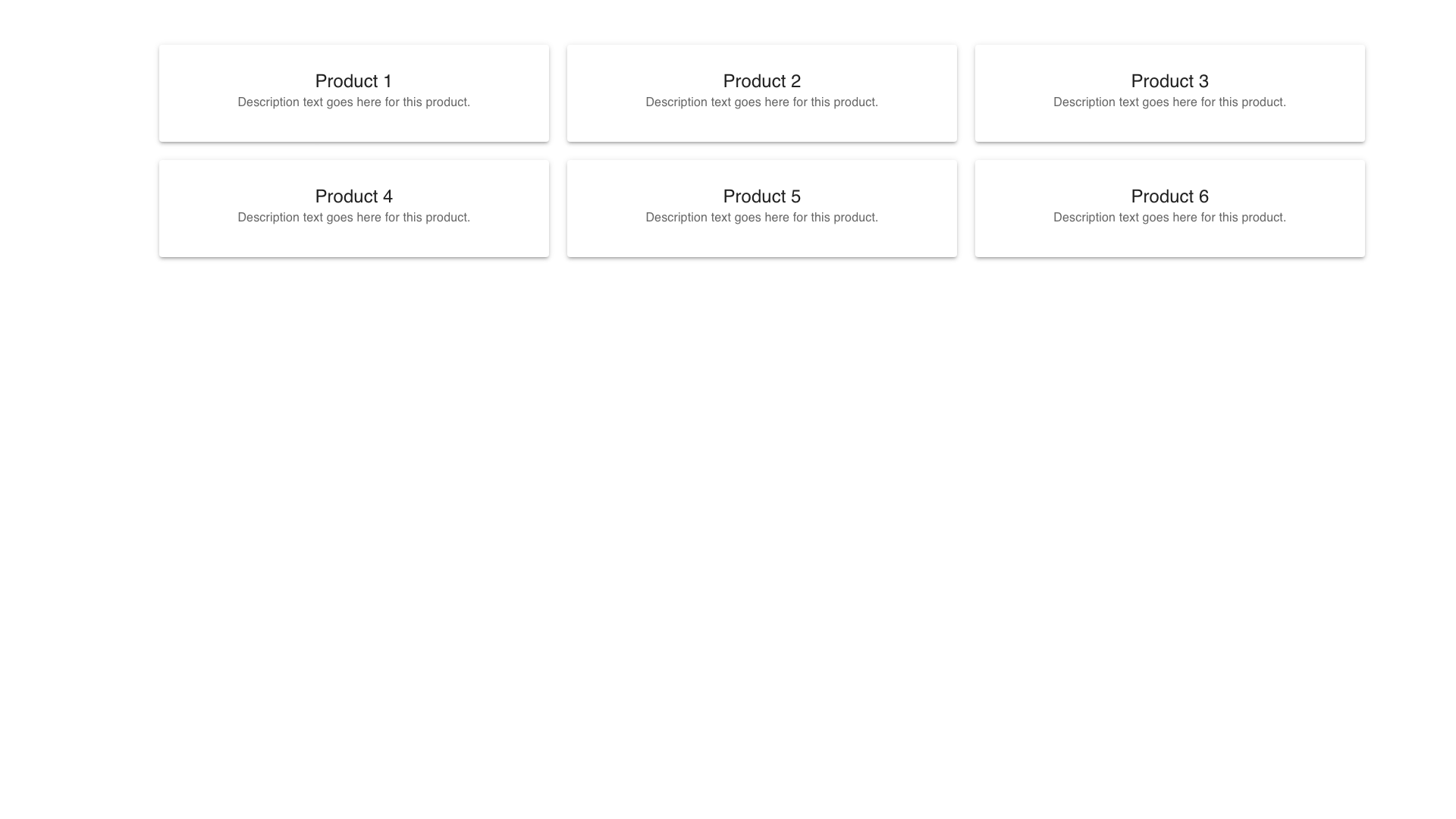  I want to click on text label located below the title 'Product 2' in the second card of a 3x2 grid, which is styled in medium gray and smaller font size, so click(761, 102).